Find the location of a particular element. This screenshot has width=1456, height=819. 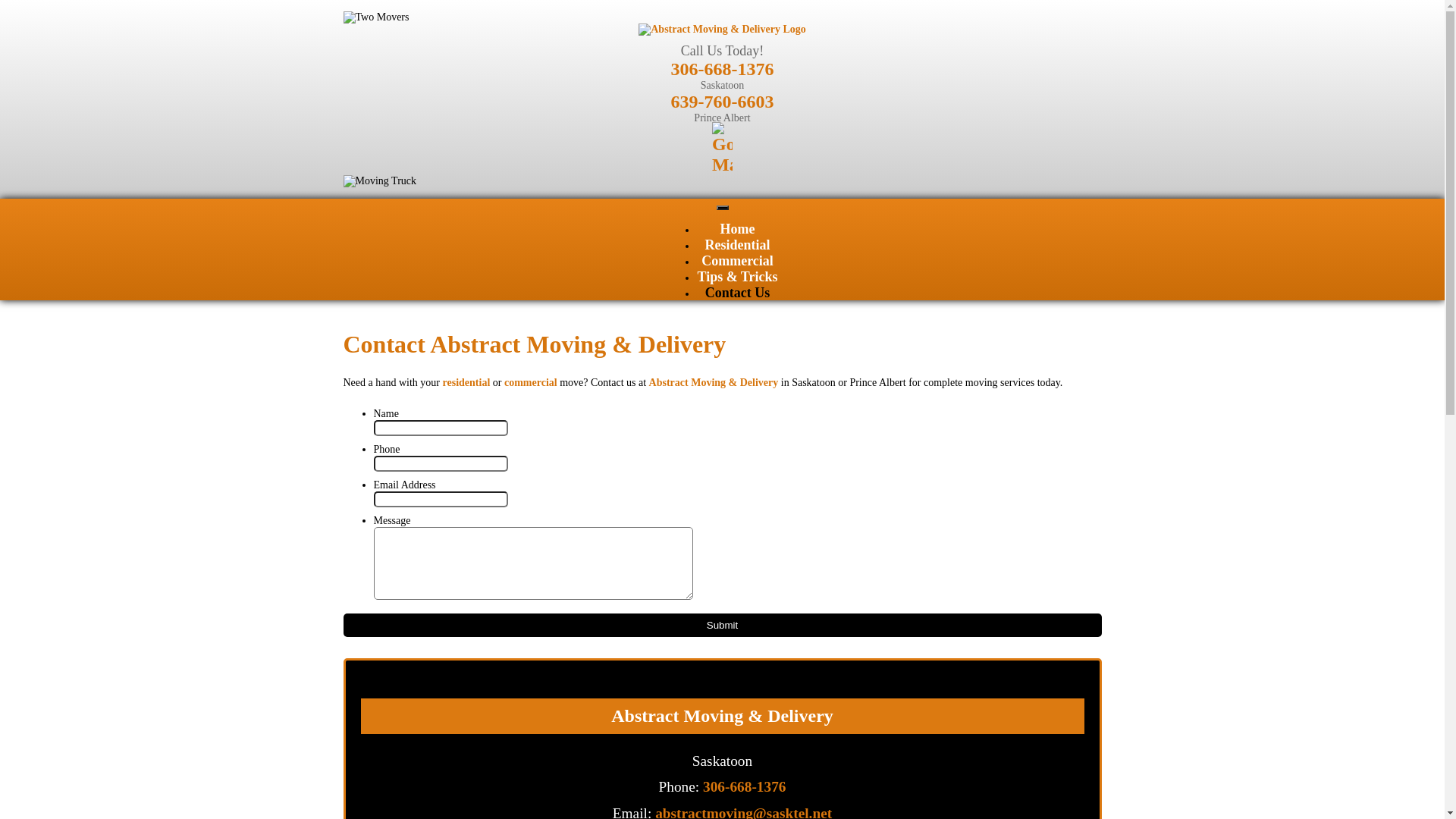

'Submit' is located at coordinates (341, 624).